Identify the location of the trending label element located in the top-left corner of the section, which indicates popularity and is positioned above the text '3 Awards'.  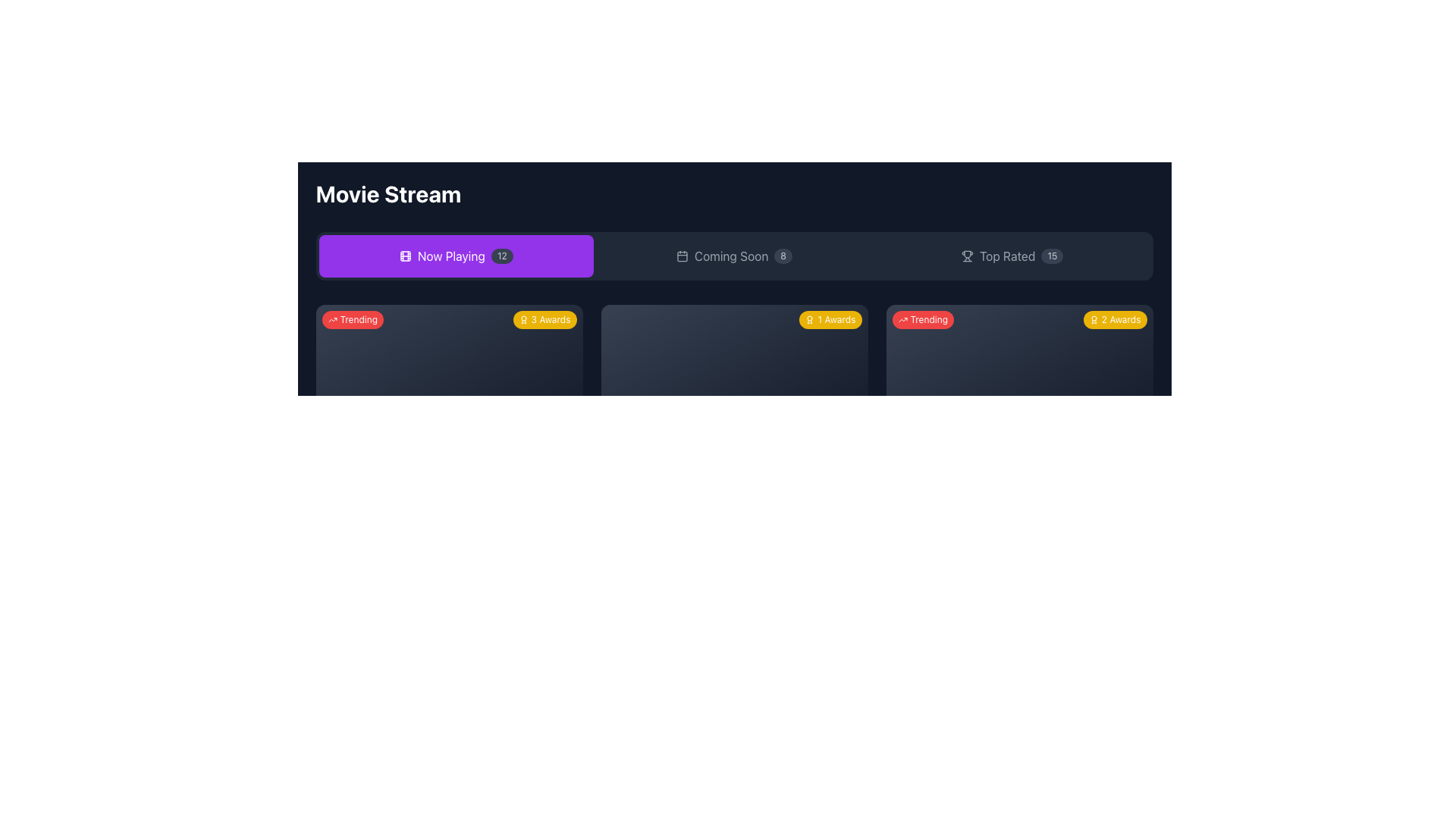
(352, 318).